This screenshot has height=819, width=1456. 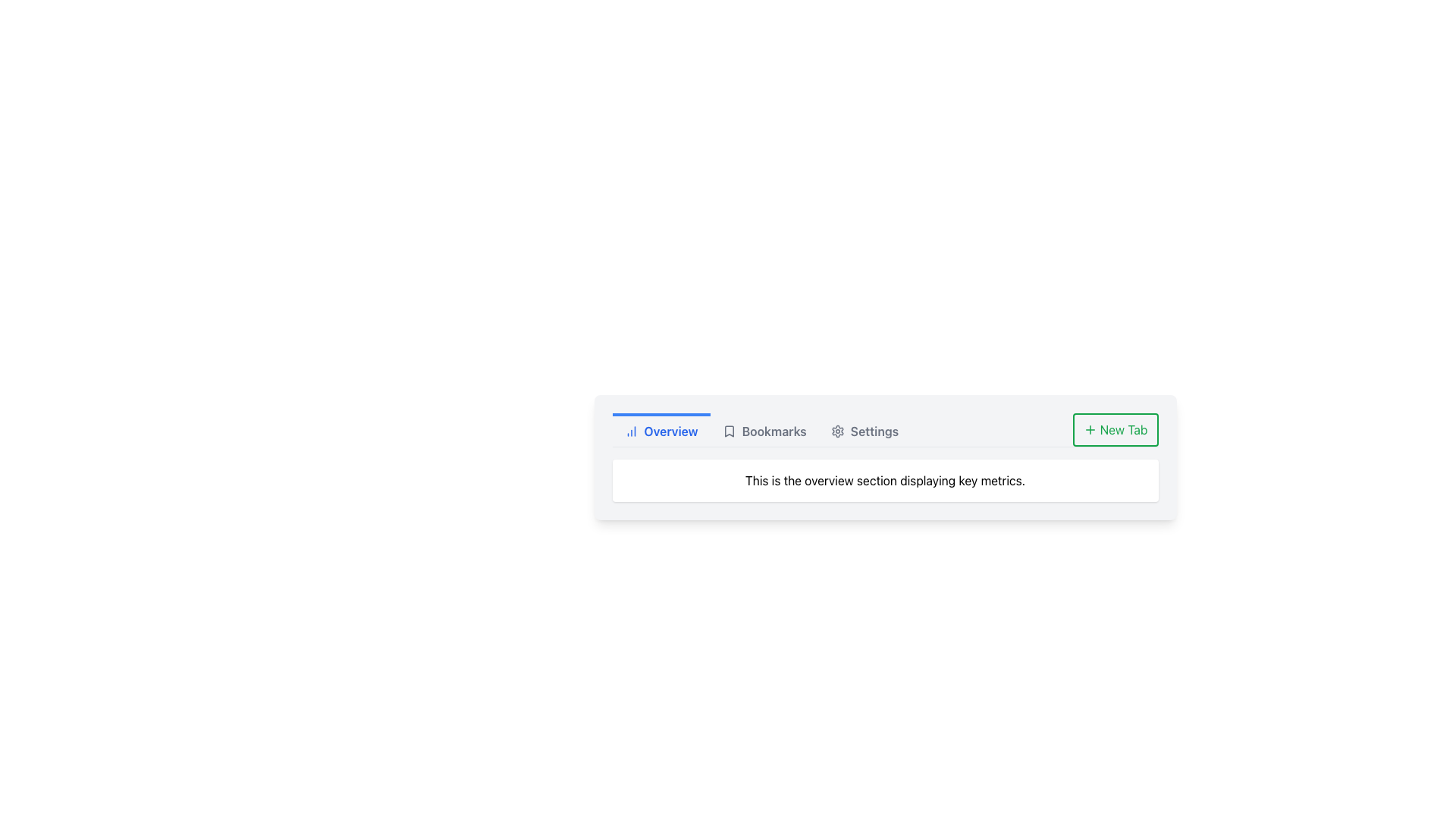 What do you see at coordinates (885, 430) in the screenshot?
I see `the 'Settings' navigation tab` at bounding box center [885, 430].